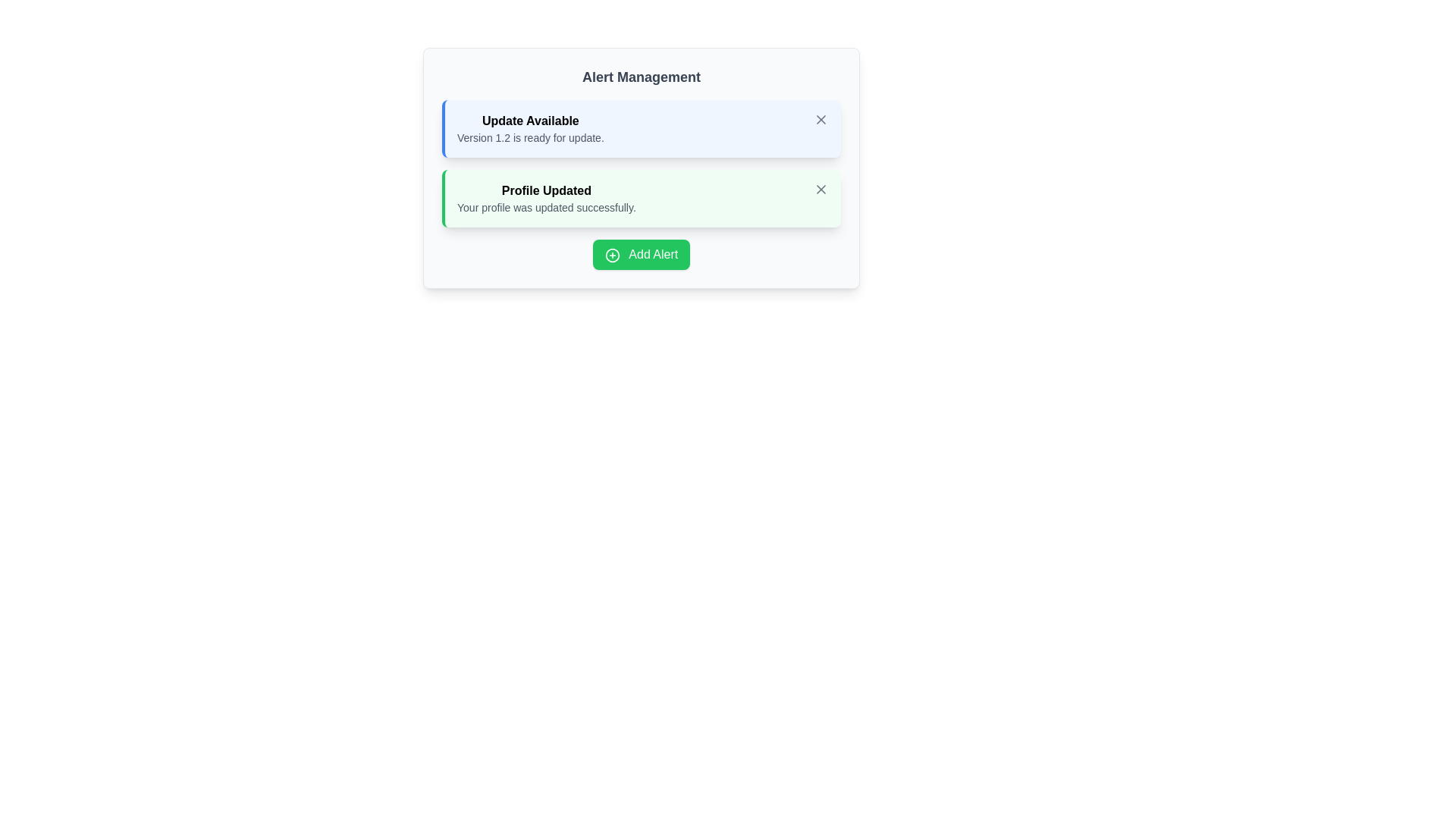 The width and height of the screenshot is (1456, 819). Describe the element at coordinates (530, 127) in the screenshot. I see `information from the notification text block detailing the availability of update version 1.2, located in the 'Update Available' section of the notification overlay` at that location.